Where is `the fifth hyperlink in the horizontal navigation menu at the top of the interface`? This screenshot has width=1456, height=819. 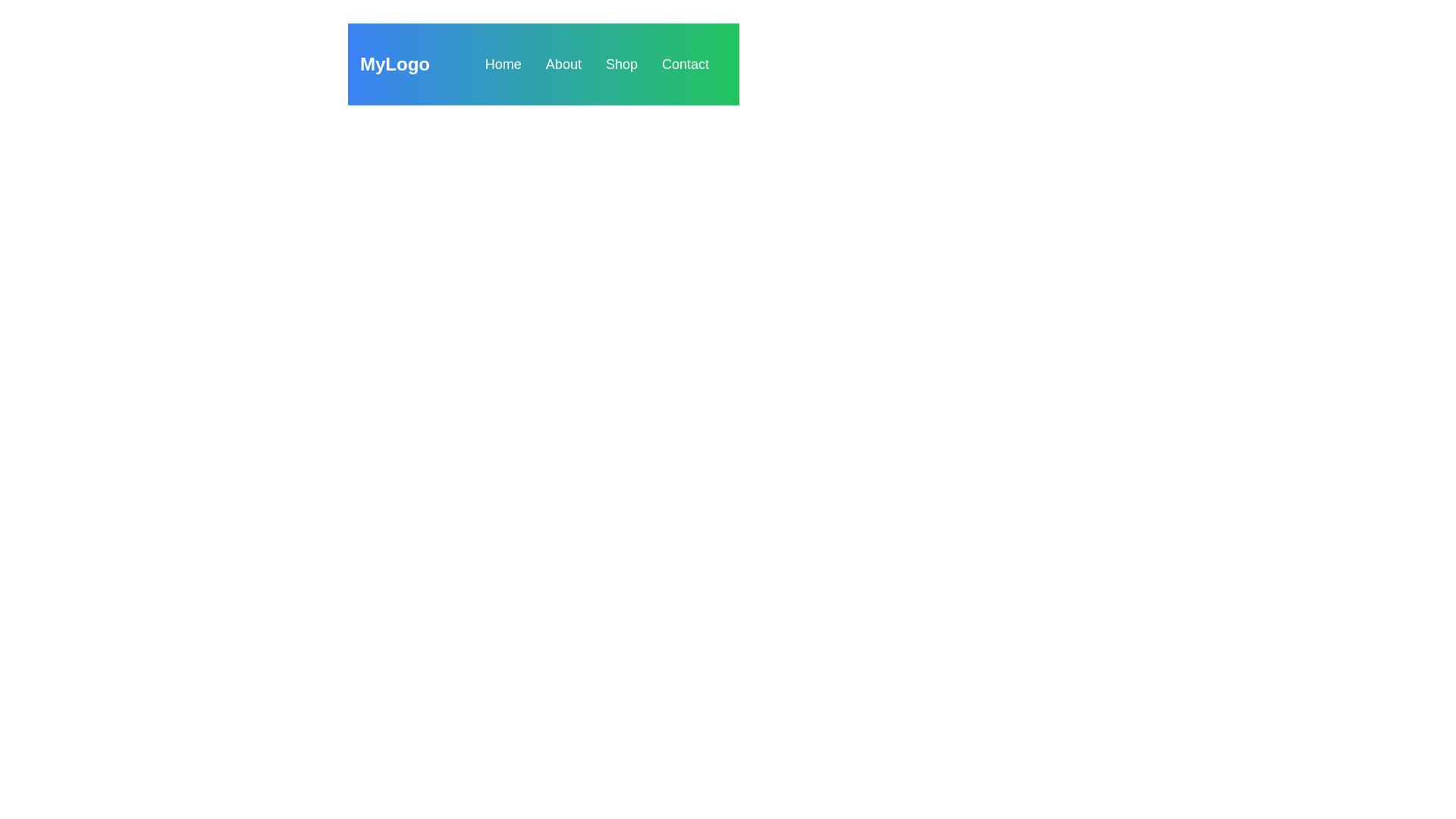 the fifth hyperlink in the horizontal navigation menu at the top of the interface is located at coordinates (684, 63).